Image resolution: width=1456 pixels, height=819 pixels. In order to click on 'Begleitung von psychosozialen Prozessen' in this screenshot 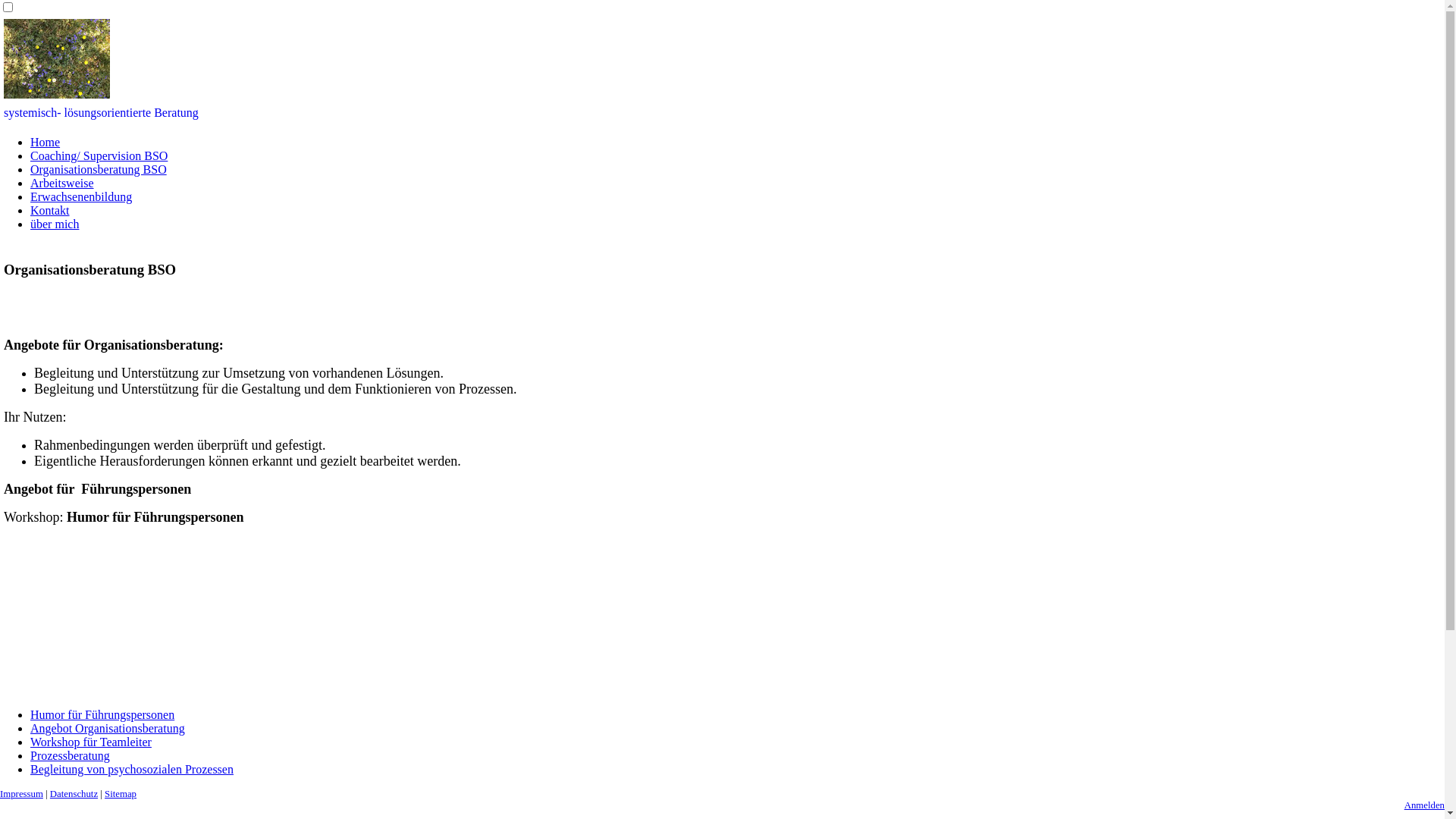, I will do `click(30, 769)`.